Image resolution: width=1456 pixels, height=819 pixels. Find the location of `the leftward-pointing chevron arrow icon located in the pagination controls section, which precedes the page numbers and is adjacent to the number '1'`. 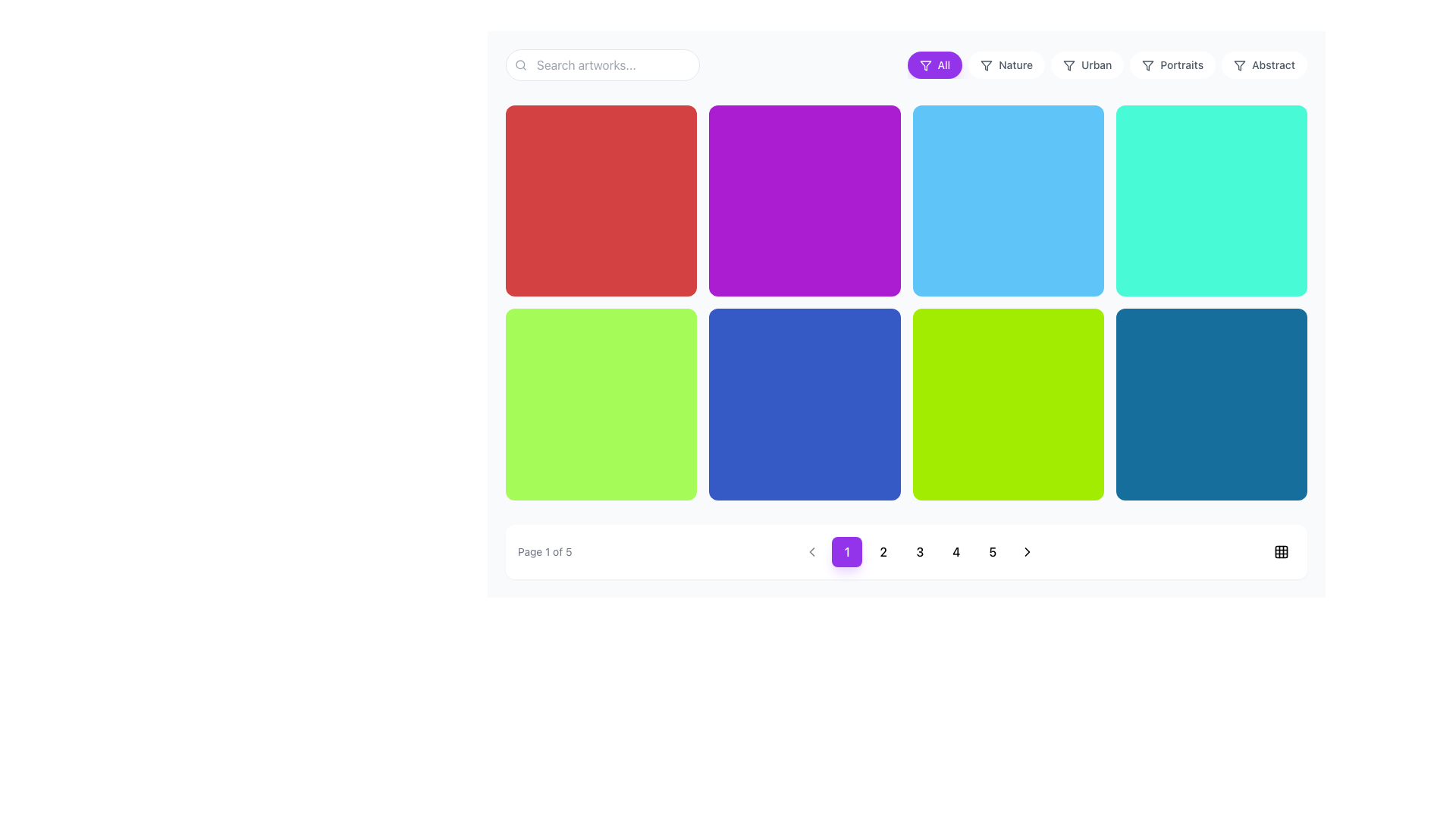

the leftward-pointing chevron arrow icon located in the pagination controls section, which precedes the page numbers and is adjacent to the number '1' is located at coordinates (811, 551).